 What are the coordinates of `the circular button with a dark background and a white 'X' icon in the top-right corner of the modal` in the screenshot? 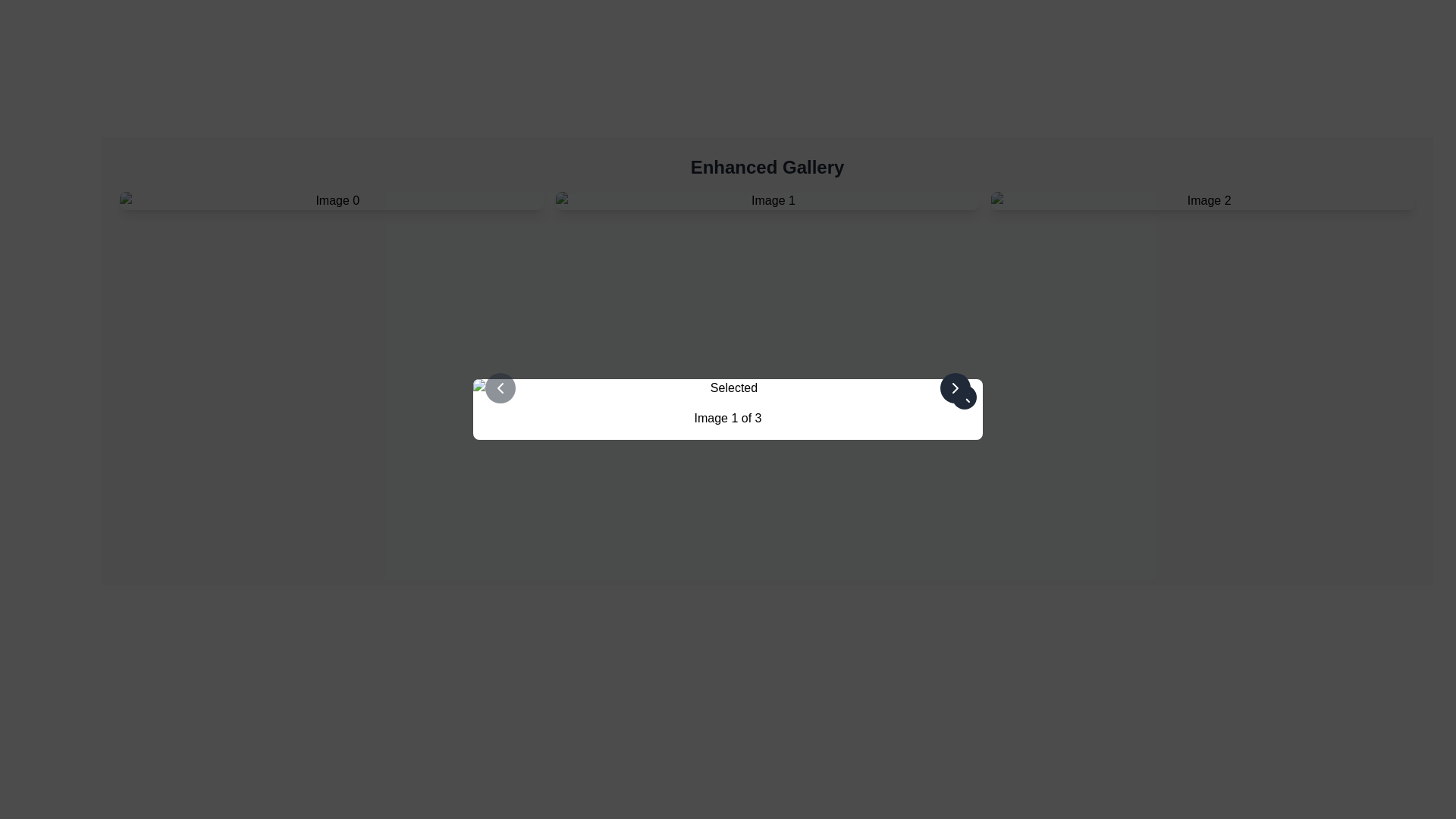 It's located at (964, 397).